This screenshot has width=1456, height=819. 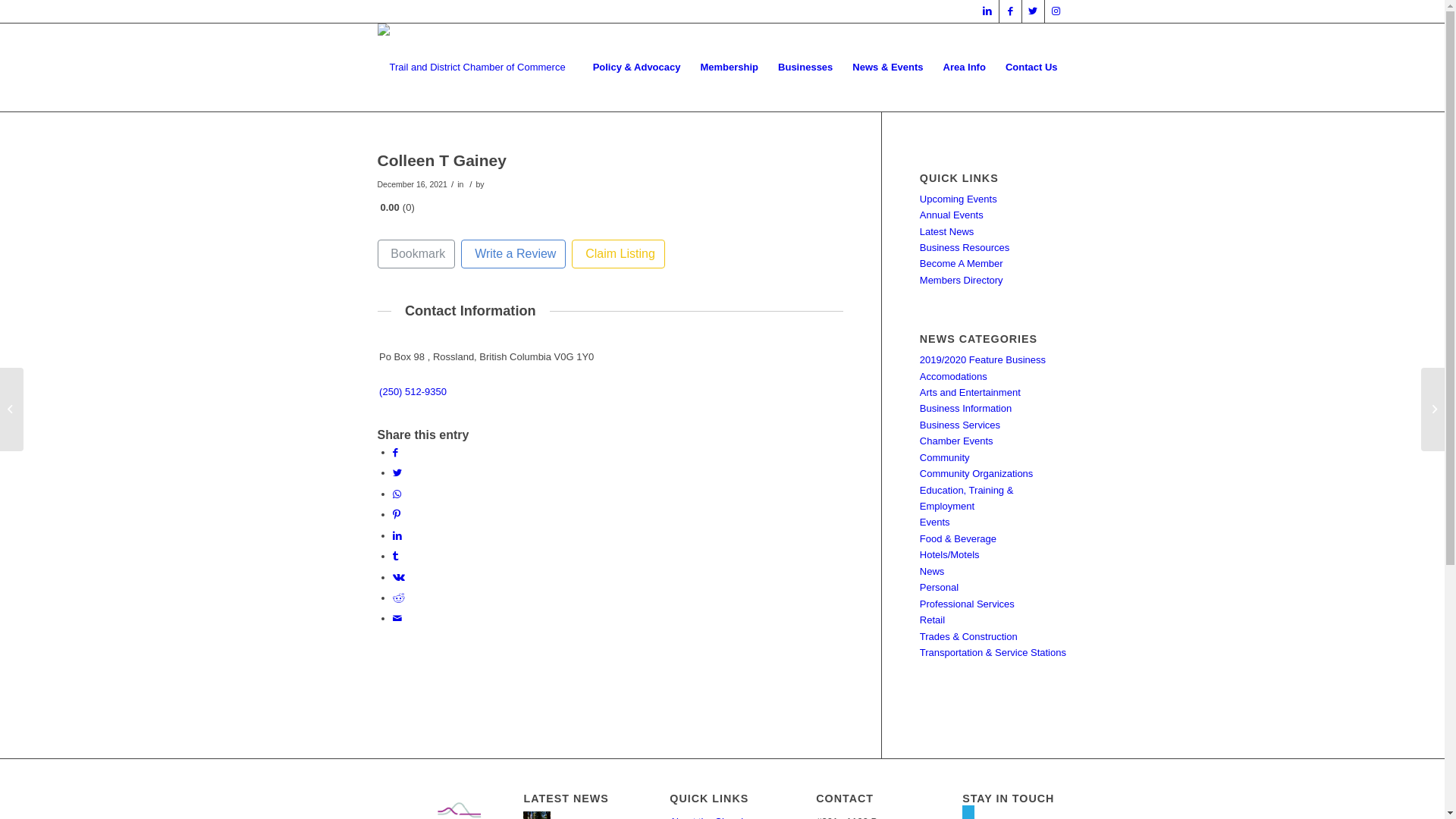 I want to click on 'Facebook', so click(x=1010, y=11).